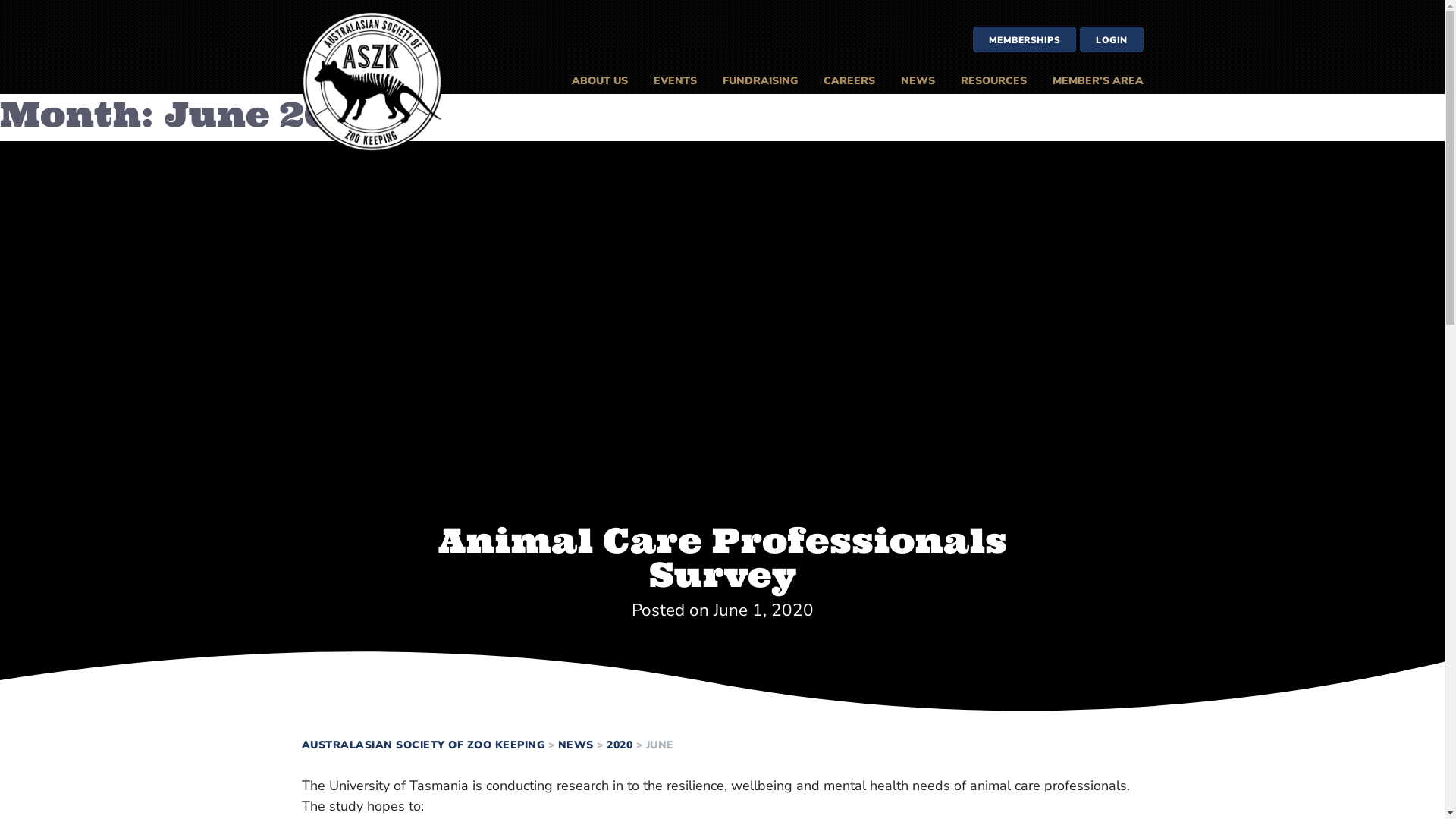 This screenshot has height=819, width=1456. I want to click on 'NEWS', so click(916, 81).